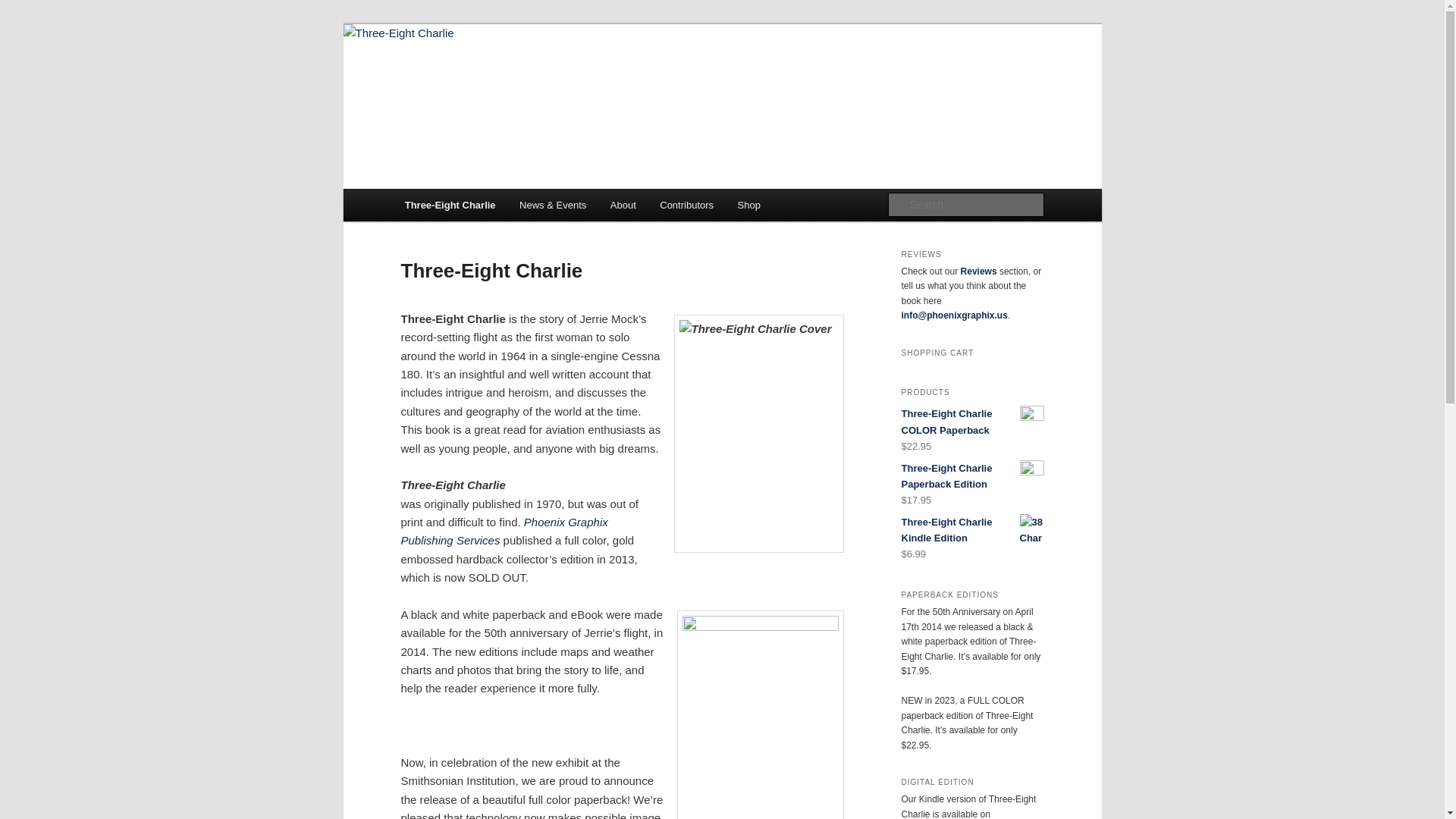 Image resolution: width=1456 pixels, height=819 pixels. I want to click on 'info@phoenixgraphix.us', so click(952, 315).